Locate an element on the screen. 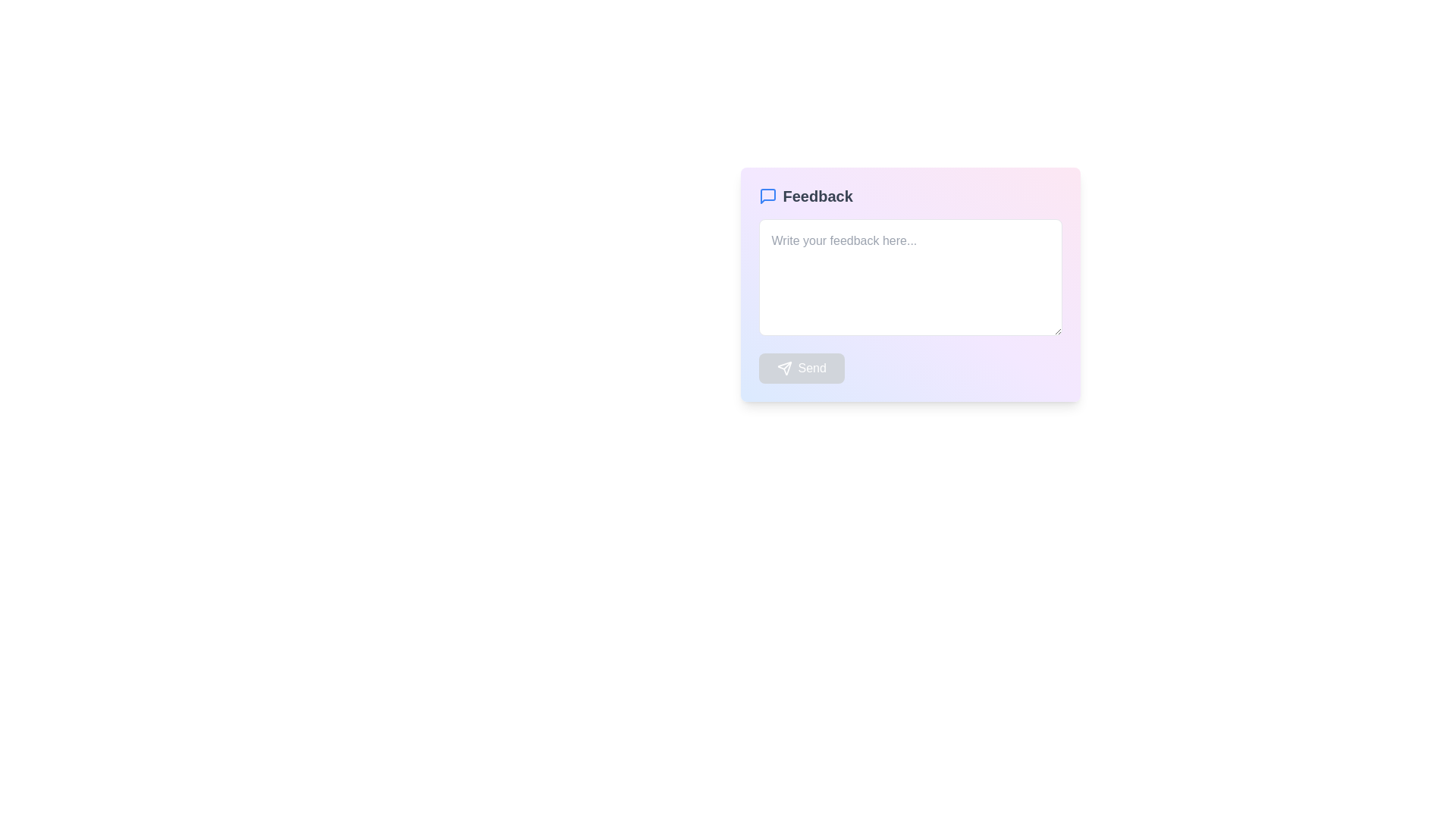  the 'Feedback' text label, which is styled in a bold and larger font, gray in color, and positioned to the right of a blue message-icon graphic is located at coordinates (817, 195).